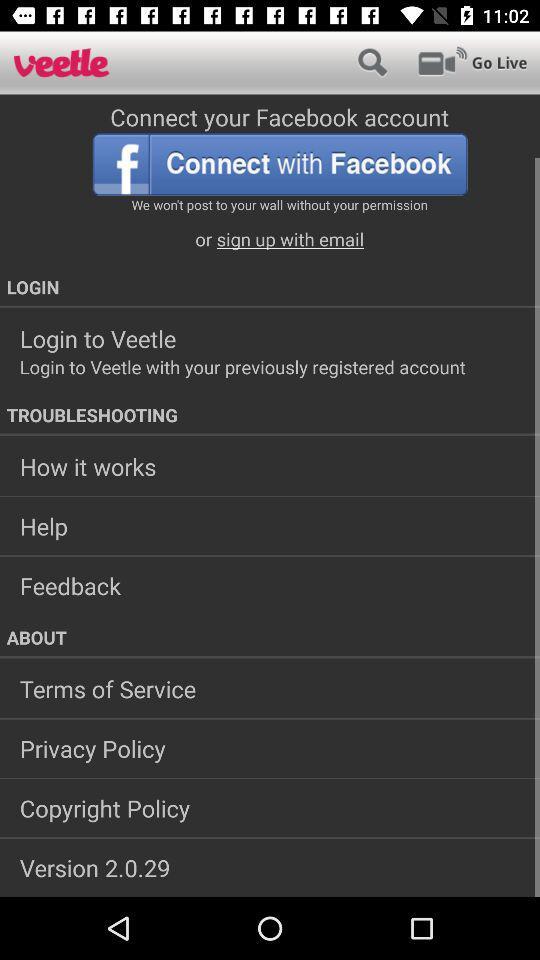 The width and height of the screenshot is (540, 960). What do you see at coordinates (472, 62) in the screenshot?
I see `livestream` at bounding box center [472, 62].